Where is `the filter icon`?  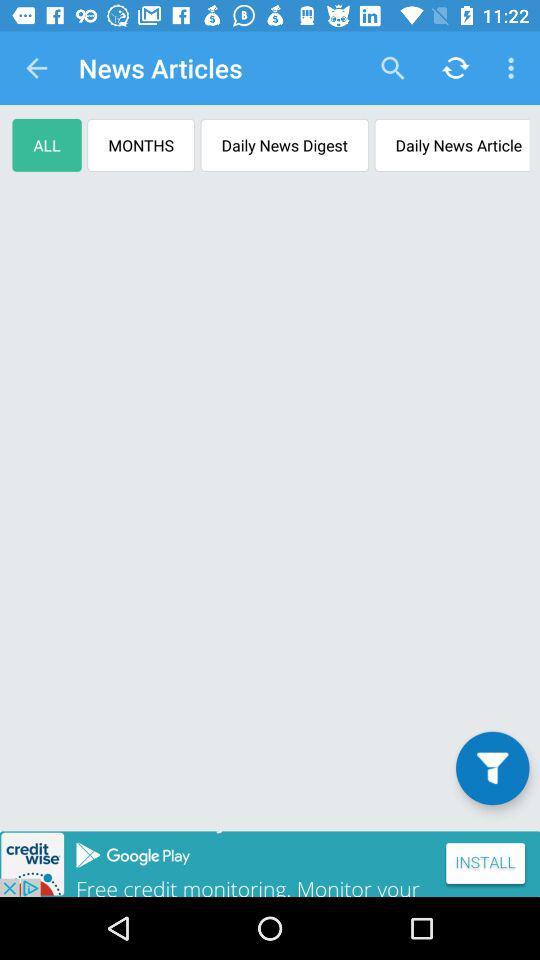
the filter icon is located at coordinates (491, 767).